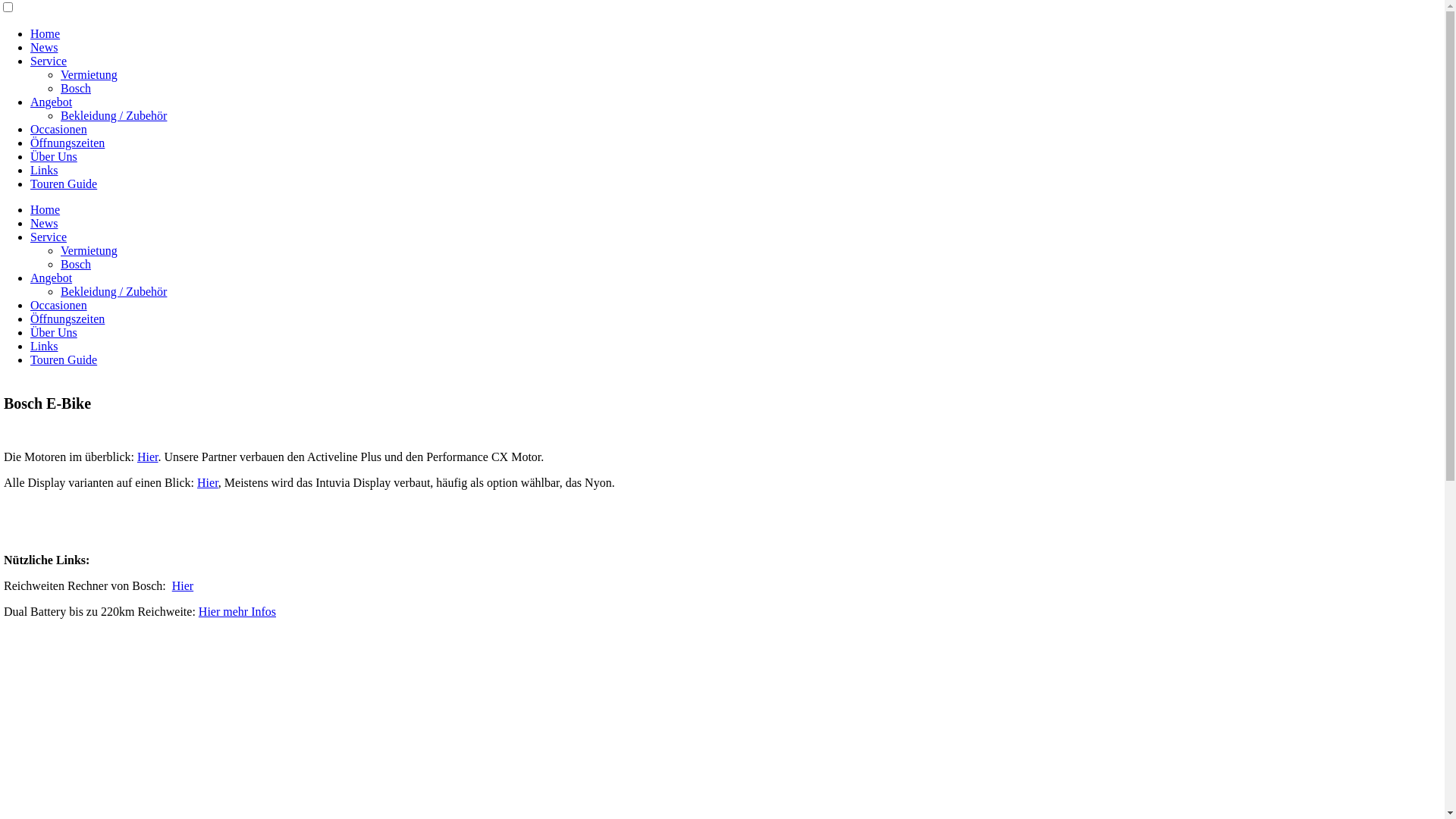  What do you see at coordinates (148, 456) in the screenshot?
I see `'Hier'` at bounding box center [148, 456].